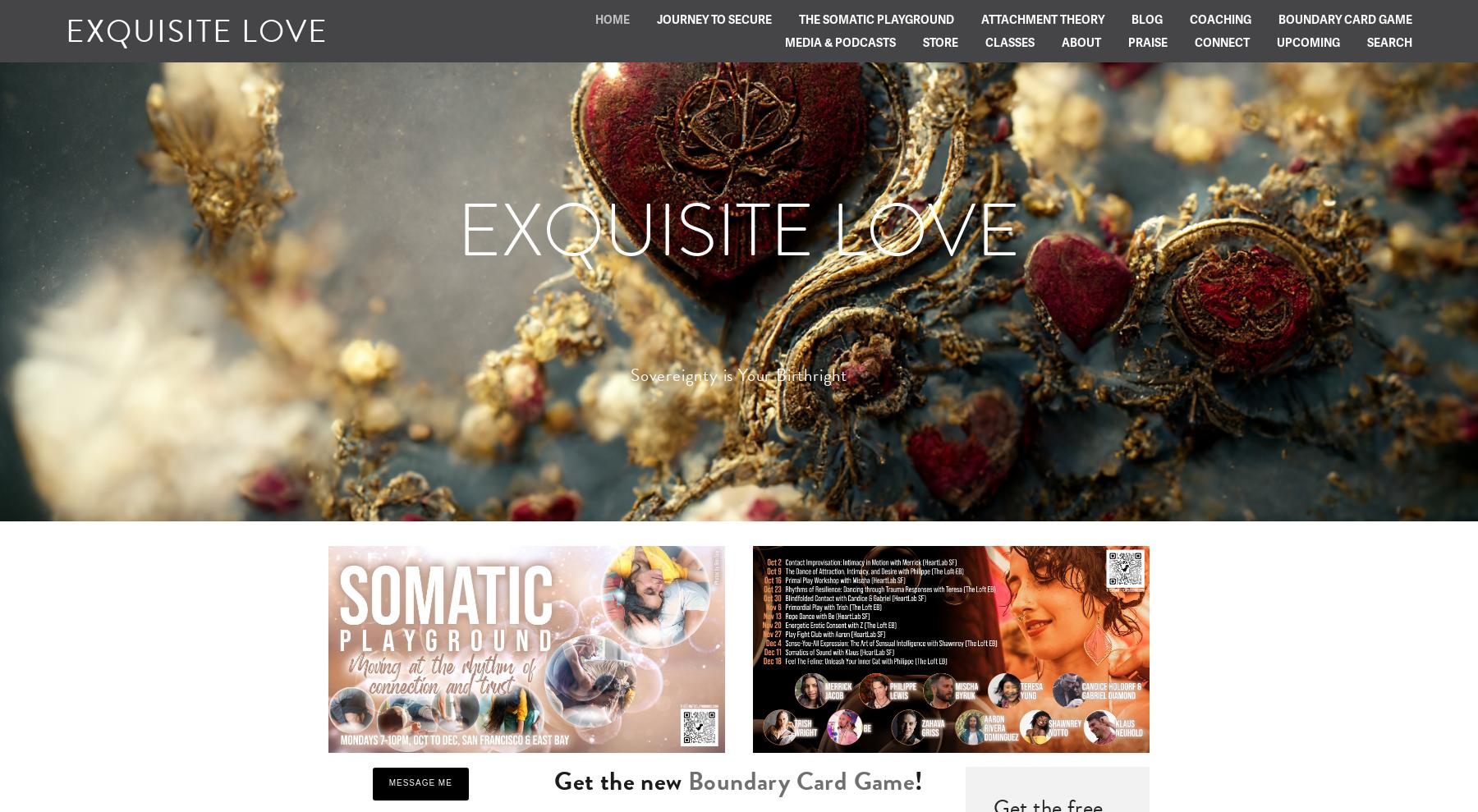 The image size is (1478, 812). What do you see at coordinates (714, 19) in the screenshot?
I see `'Journey to Secure'` at bounding box center [714, 19].